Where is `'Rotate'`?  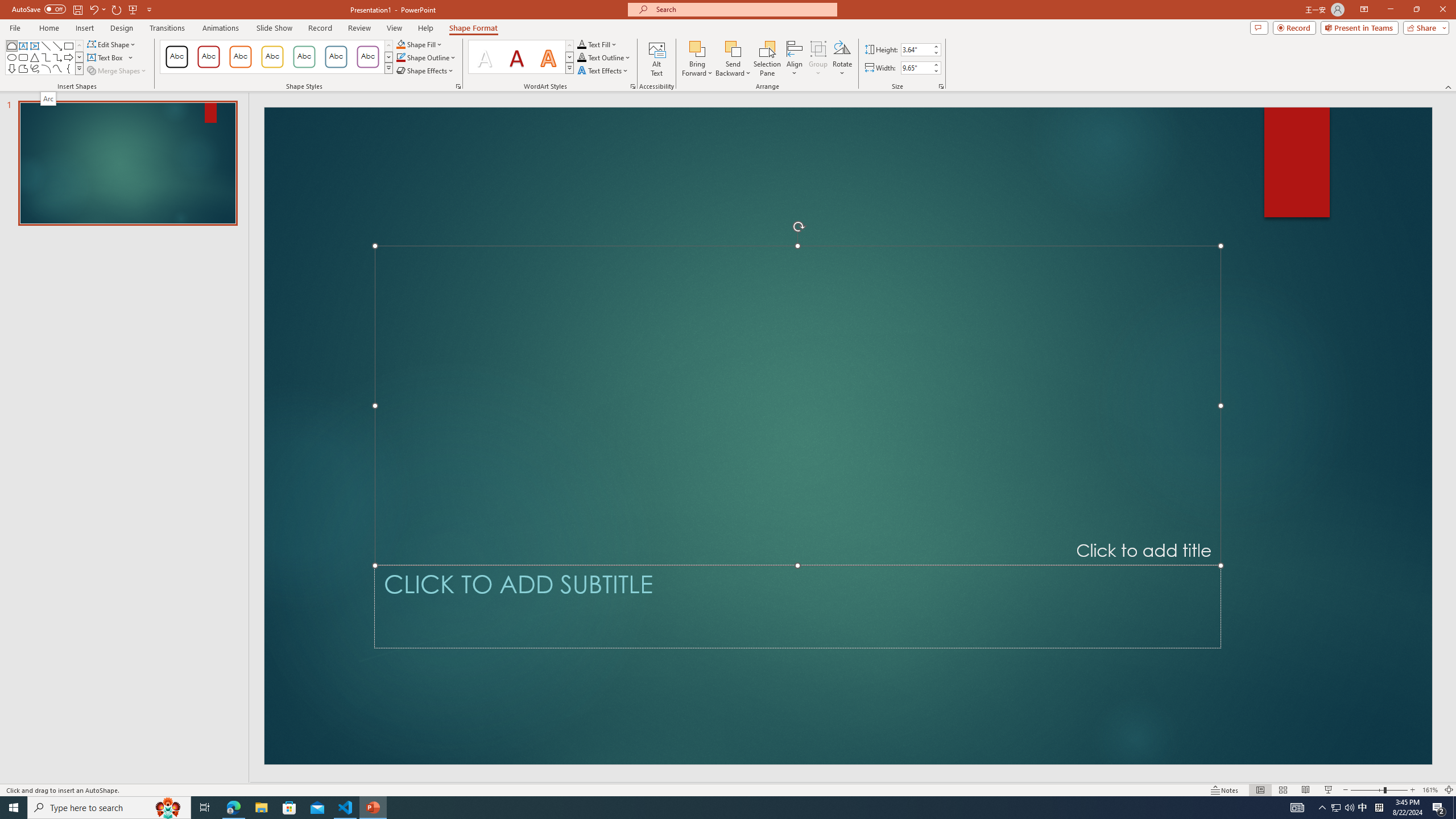
'Rotate' is located at coordinates (841, 59).